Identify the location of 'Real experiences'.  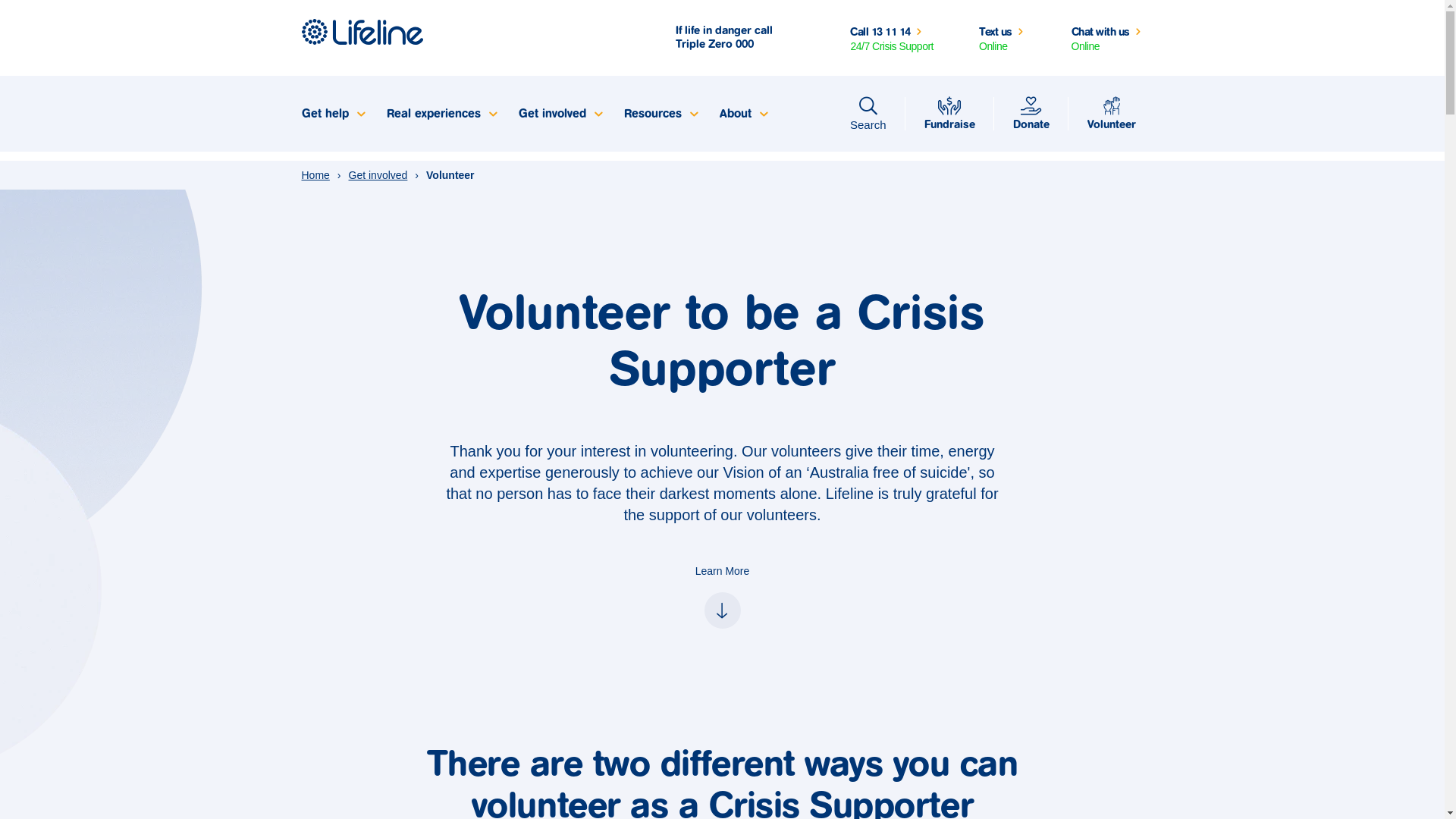
(439, 113).